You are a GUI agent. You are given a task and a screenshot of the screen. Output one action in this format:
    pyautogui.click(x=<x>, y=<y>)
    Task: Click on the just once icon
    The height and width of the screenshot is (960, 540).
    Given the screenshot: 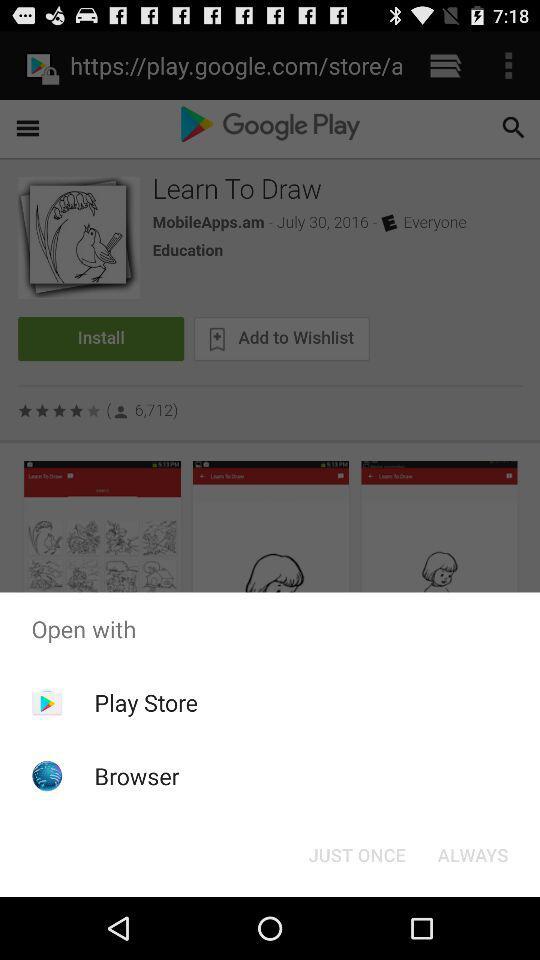 What is the action you would take?
    pyautogui.click(x=356, y=853)
    